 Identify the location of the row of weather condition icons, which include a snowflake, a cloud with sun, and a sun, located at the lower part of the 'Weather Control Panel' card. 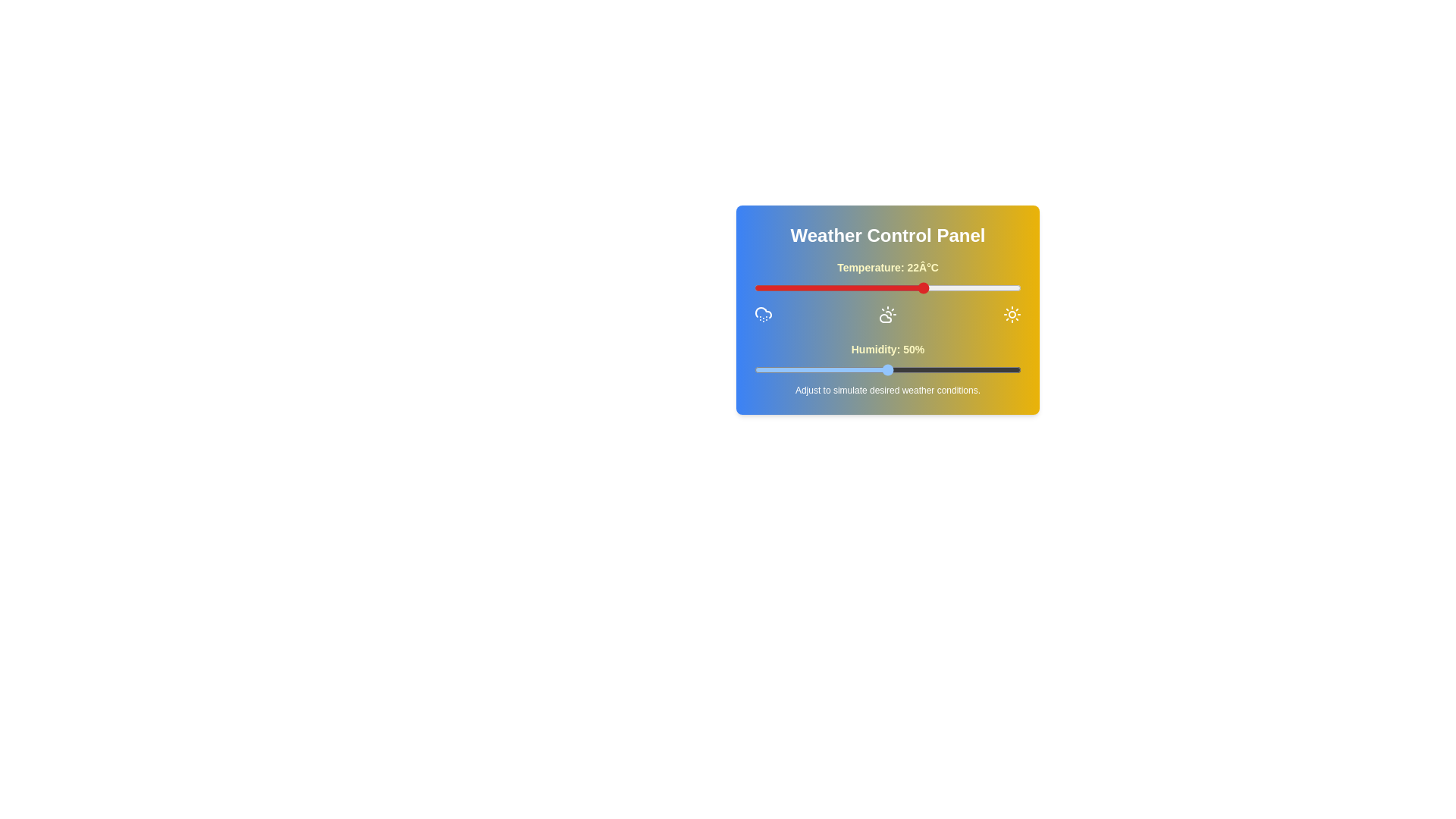
(888, 314).